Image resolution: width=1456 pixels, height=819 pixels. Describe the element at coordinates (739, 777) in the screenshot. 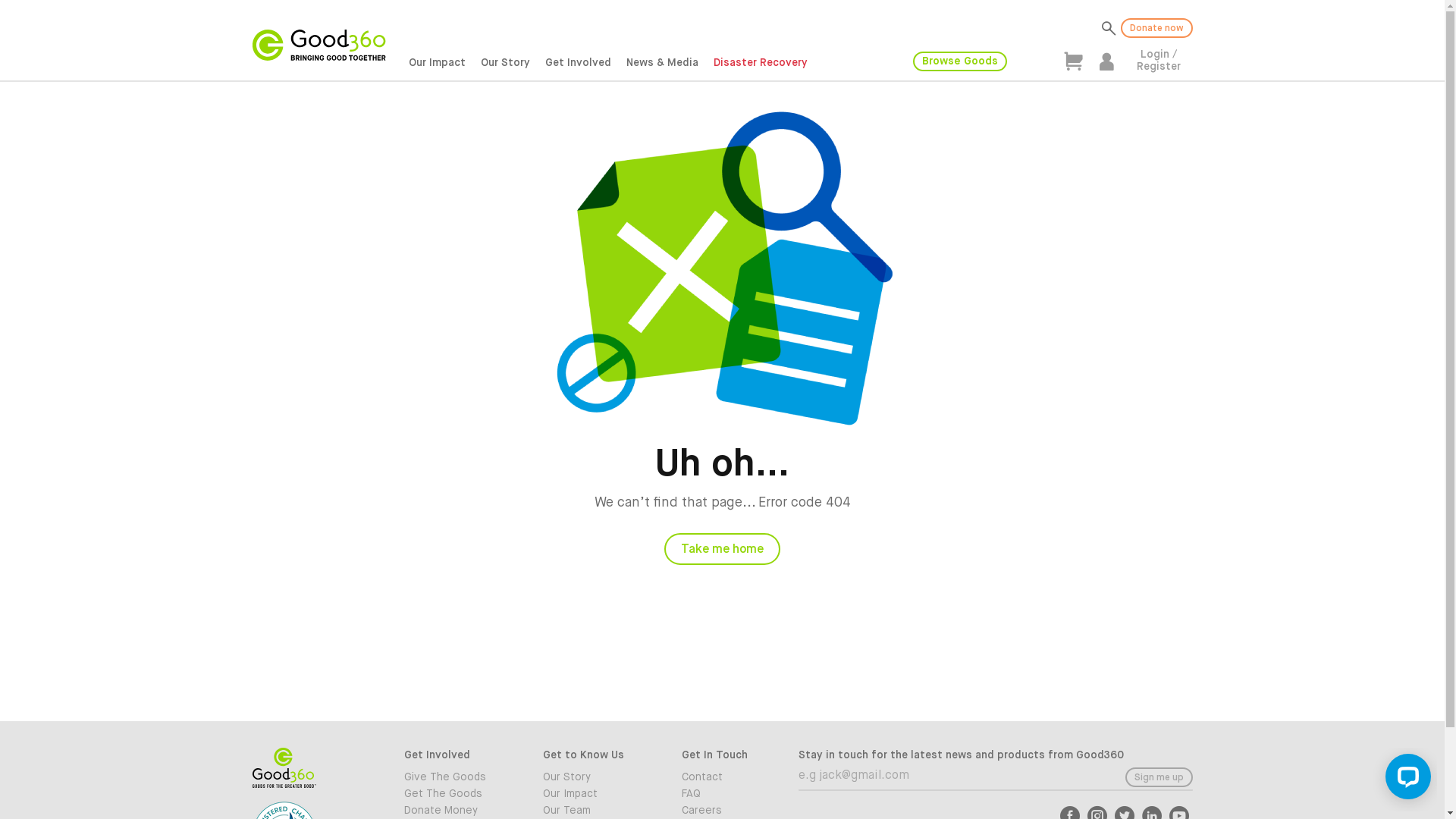

I see `'Contact'` at that location.